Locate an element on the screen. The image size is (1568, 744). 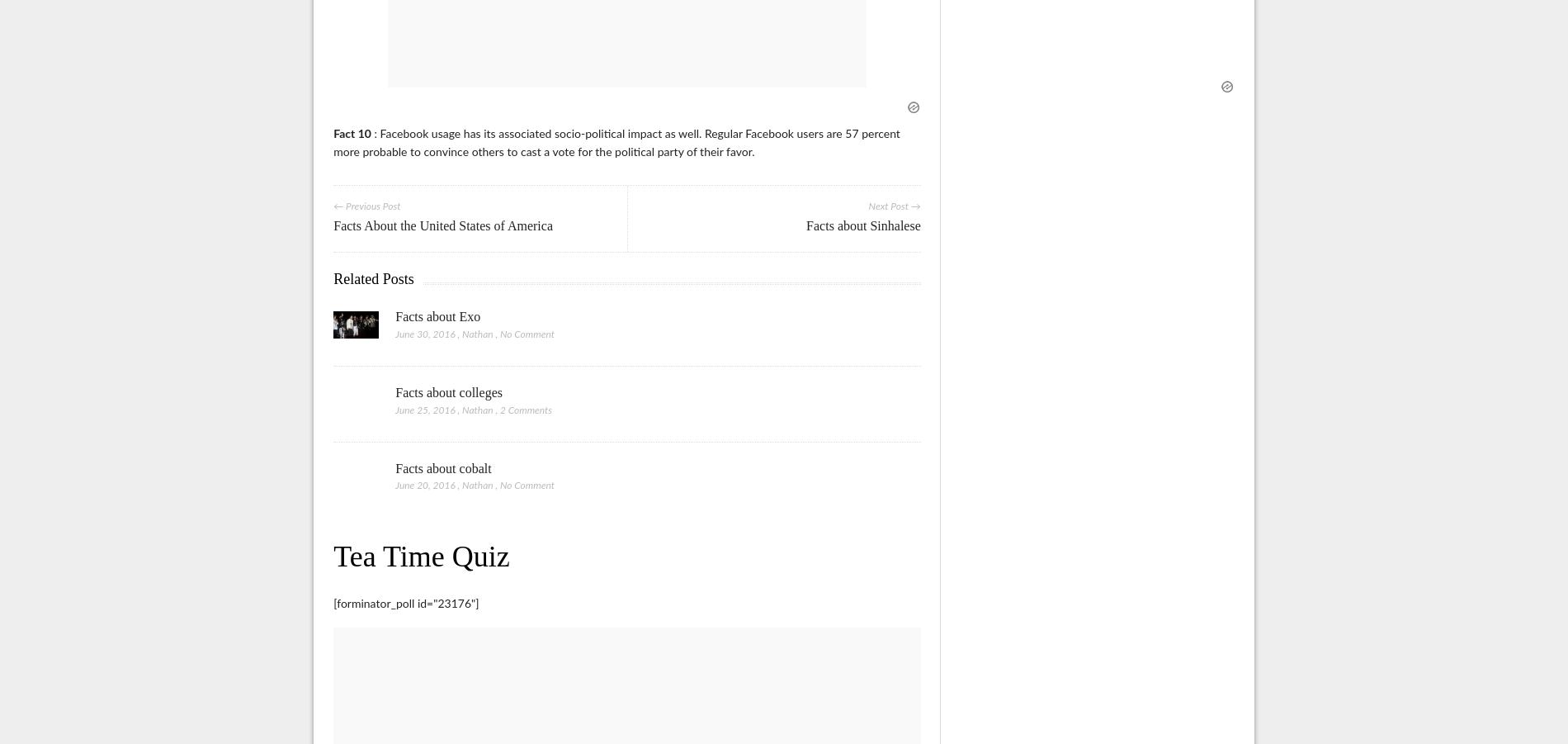
'Next Post →' is located at coordinates (868, 206).